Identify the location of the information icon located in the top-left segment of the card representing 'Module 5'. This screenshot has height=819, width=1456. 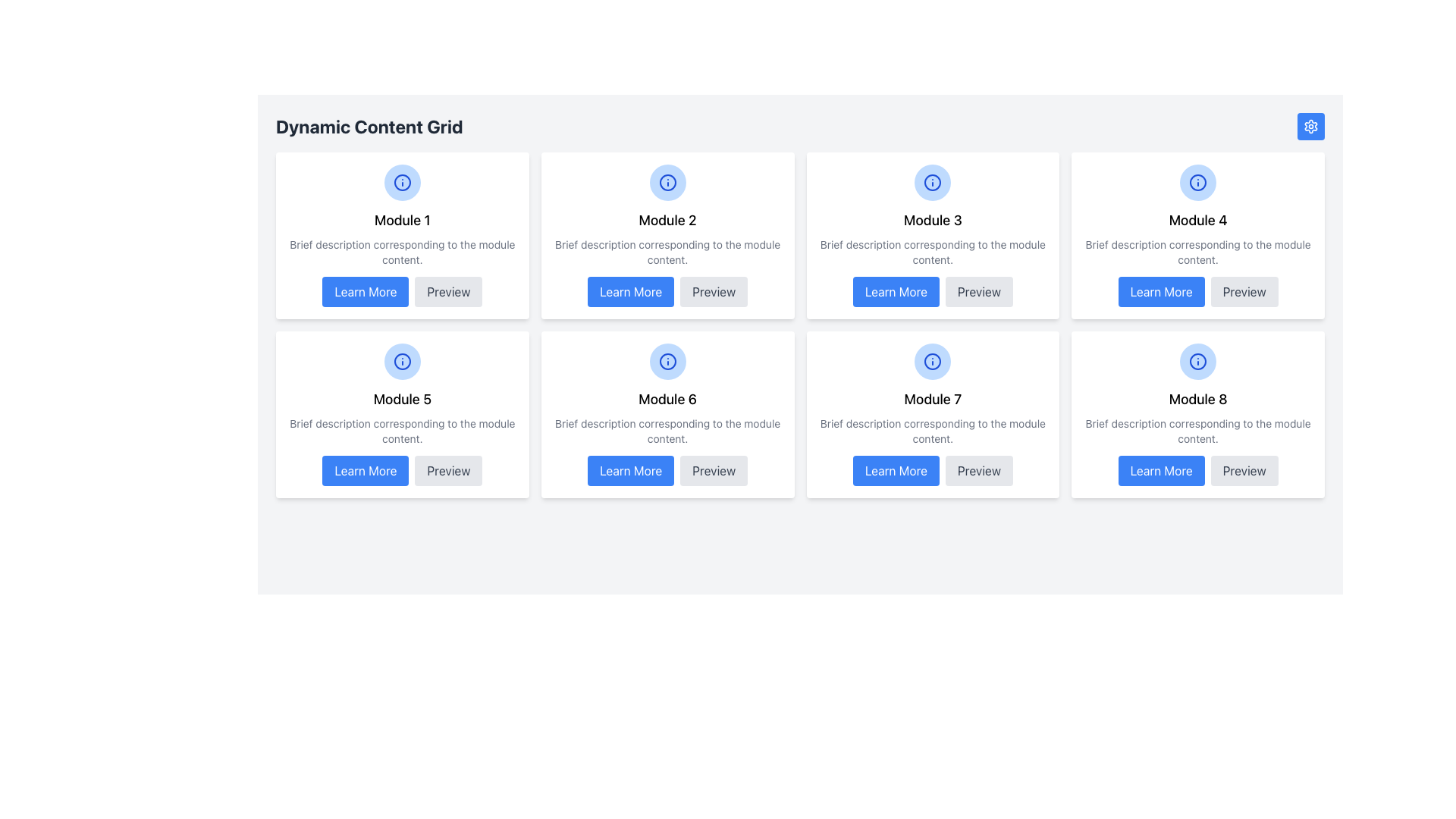
(402, 362).